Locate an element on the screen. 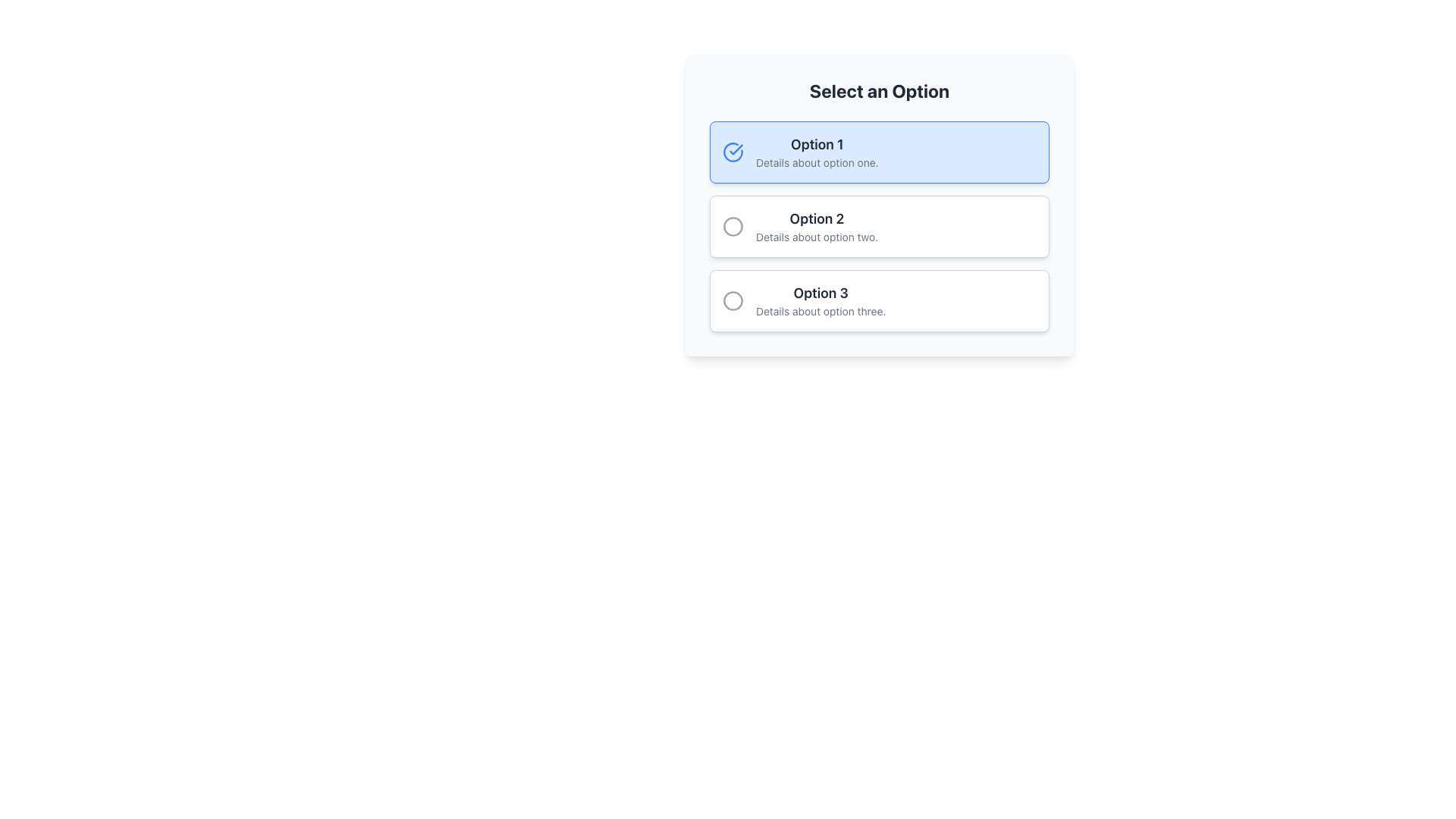 Image resolution: width=1456 pixels, height=819 pixels. the circular radio button associated with 'Option 3' is located at coordinates (733, 301).